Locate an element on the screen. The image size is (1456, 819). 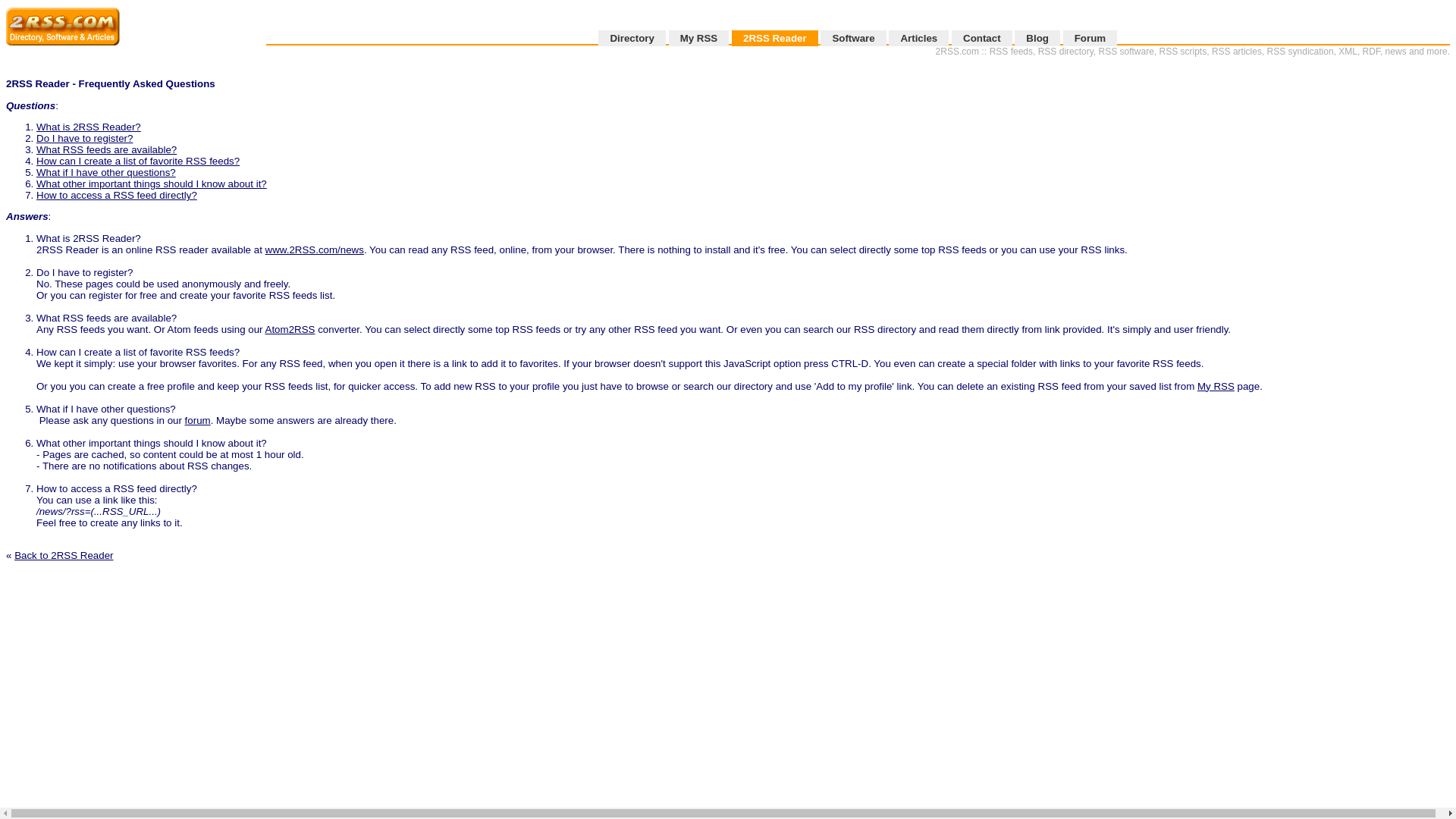
'What other important things should I know about it?' is located at coordinates (152, 183).